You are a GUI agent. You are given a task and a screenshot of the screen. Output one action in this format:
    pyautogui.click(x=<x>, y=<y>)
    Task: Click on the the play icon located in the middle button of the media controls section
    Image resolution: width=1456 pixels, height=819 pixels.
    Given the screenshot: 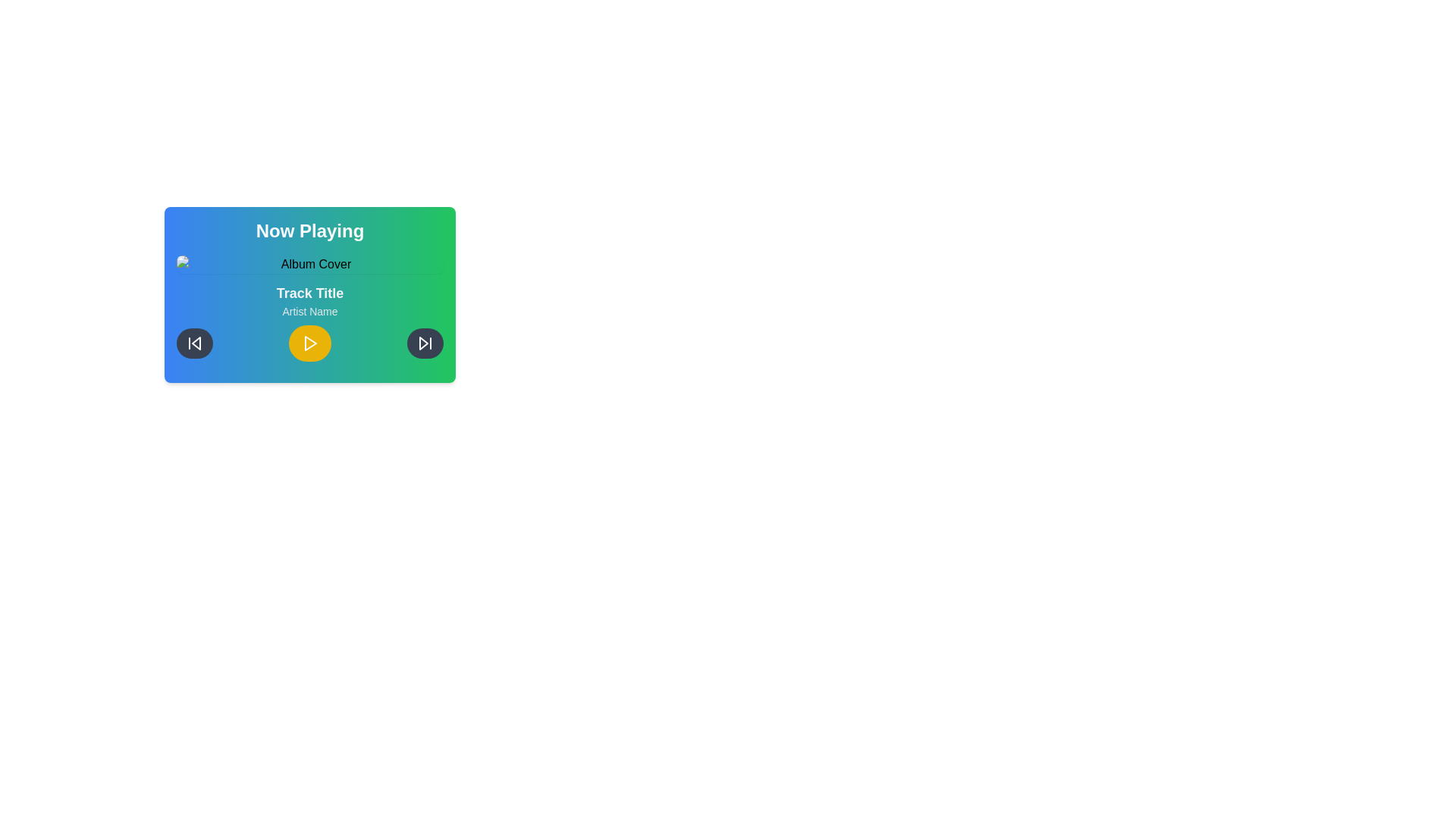 What is the action you would take?
    pyautogui.click(x=309, y=343)
    